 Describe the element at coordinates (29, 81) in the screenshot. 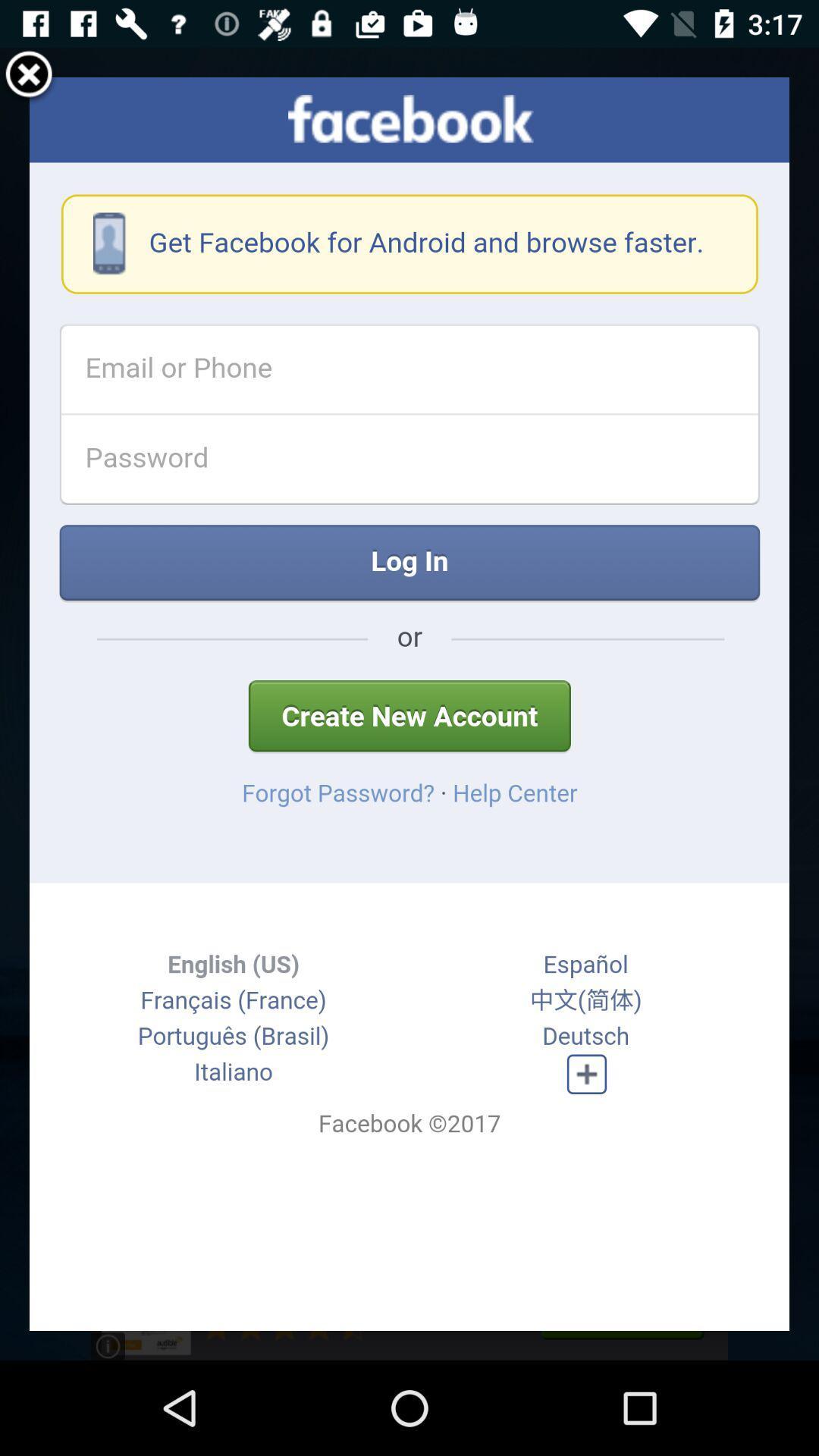

I see `the close icon` at that location.